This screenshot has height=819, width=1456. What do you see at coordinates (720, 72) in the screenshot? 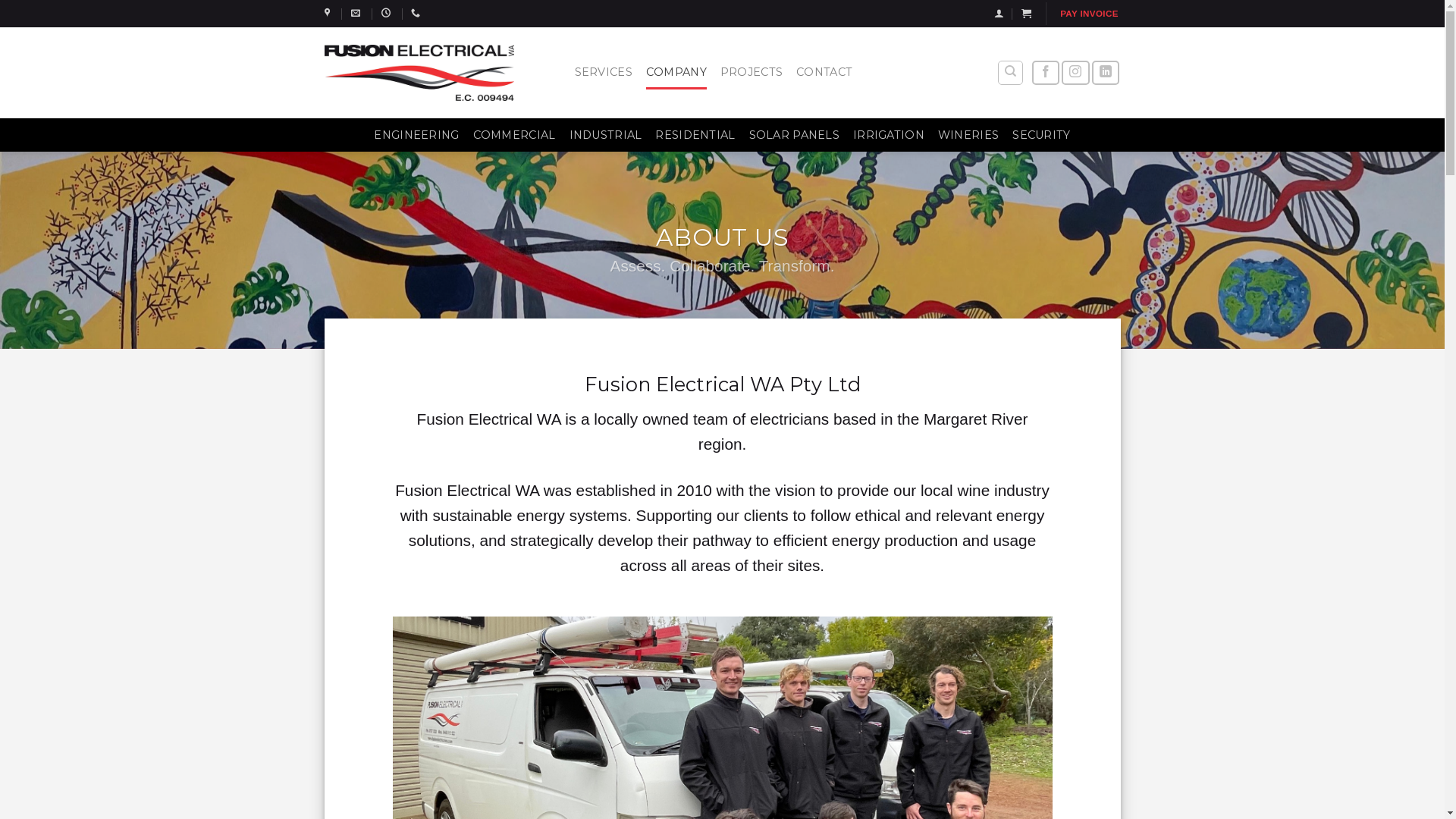
I see `'PROJECTS'` at bounding box center [720, 72].